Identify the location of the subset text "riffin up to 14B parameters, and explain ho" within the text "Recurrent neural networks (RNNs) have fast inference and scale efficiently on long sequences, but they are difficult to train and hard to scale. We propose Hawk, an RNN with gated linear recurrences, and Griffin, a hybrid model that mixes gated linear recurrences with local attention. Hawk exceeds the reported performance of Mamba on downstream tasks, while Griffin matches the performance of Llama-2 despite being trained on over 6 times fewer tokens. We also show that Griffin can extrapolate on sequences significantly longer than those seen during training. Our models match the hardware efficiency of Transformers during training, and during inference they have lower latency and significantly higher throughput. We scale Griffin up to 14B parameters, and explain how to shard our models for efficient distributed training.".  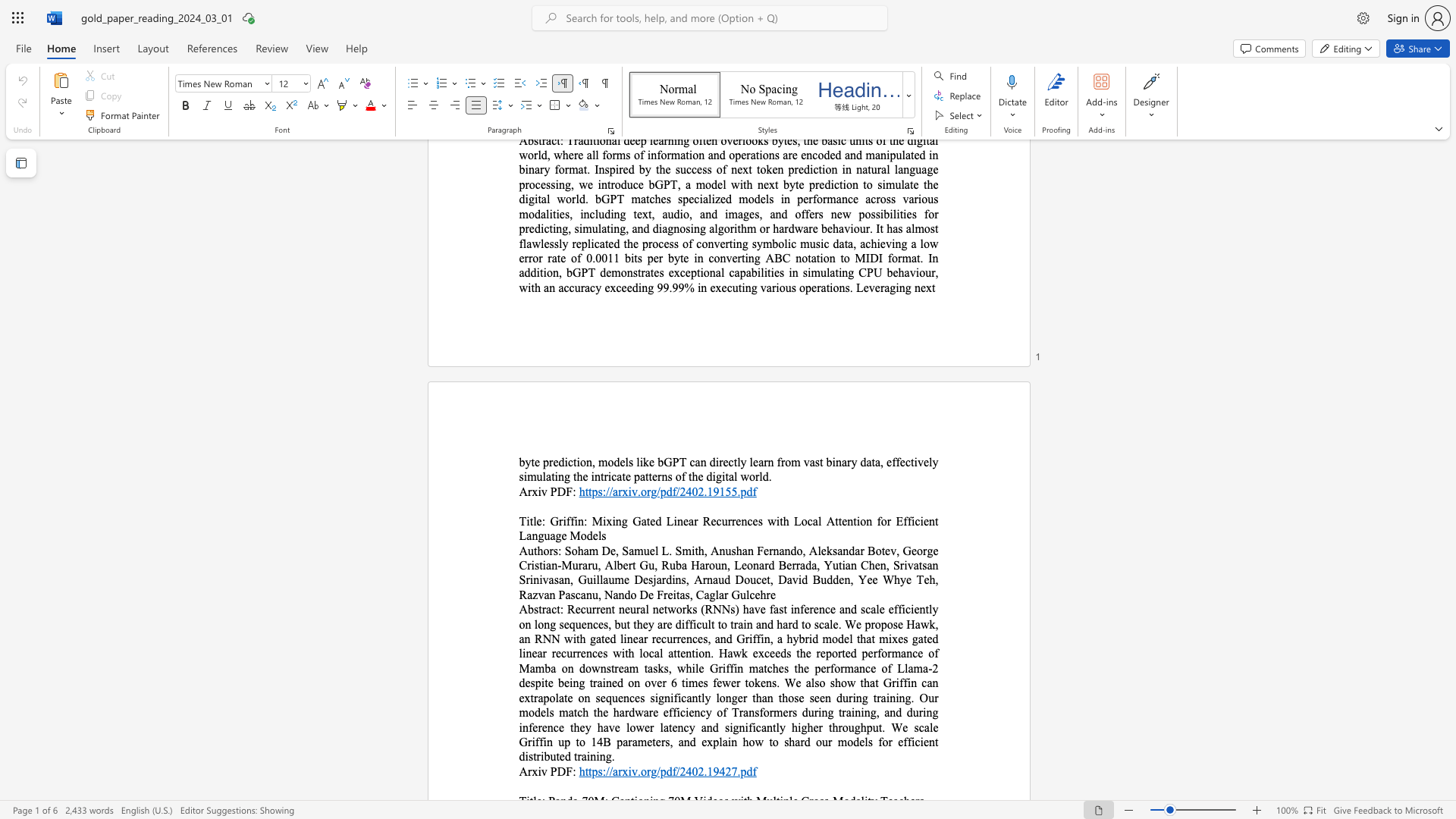
(528, 741).